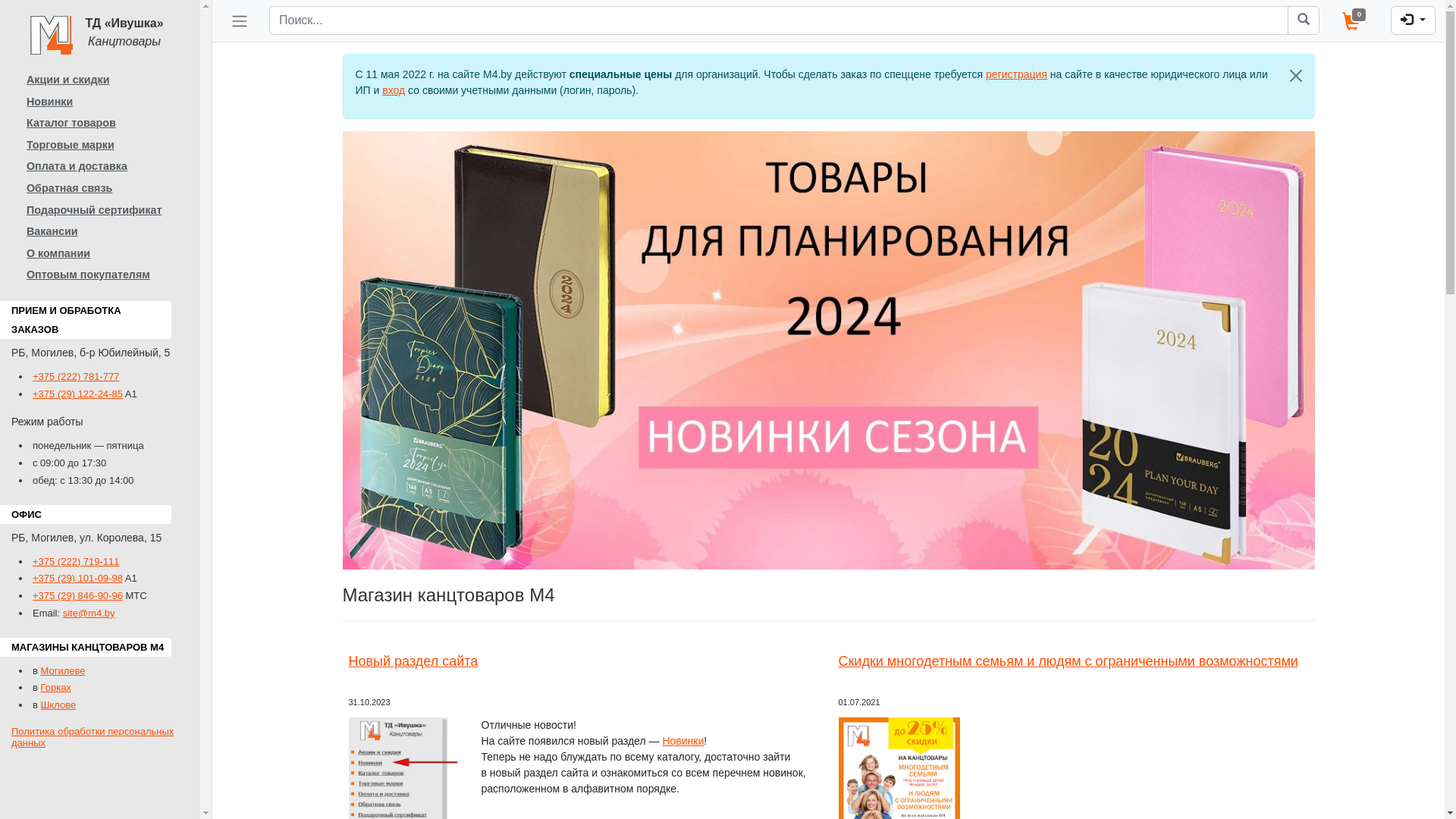 The height and width of the screenshot is (819, 1456). I want to click on '0', so click(1330, 20).